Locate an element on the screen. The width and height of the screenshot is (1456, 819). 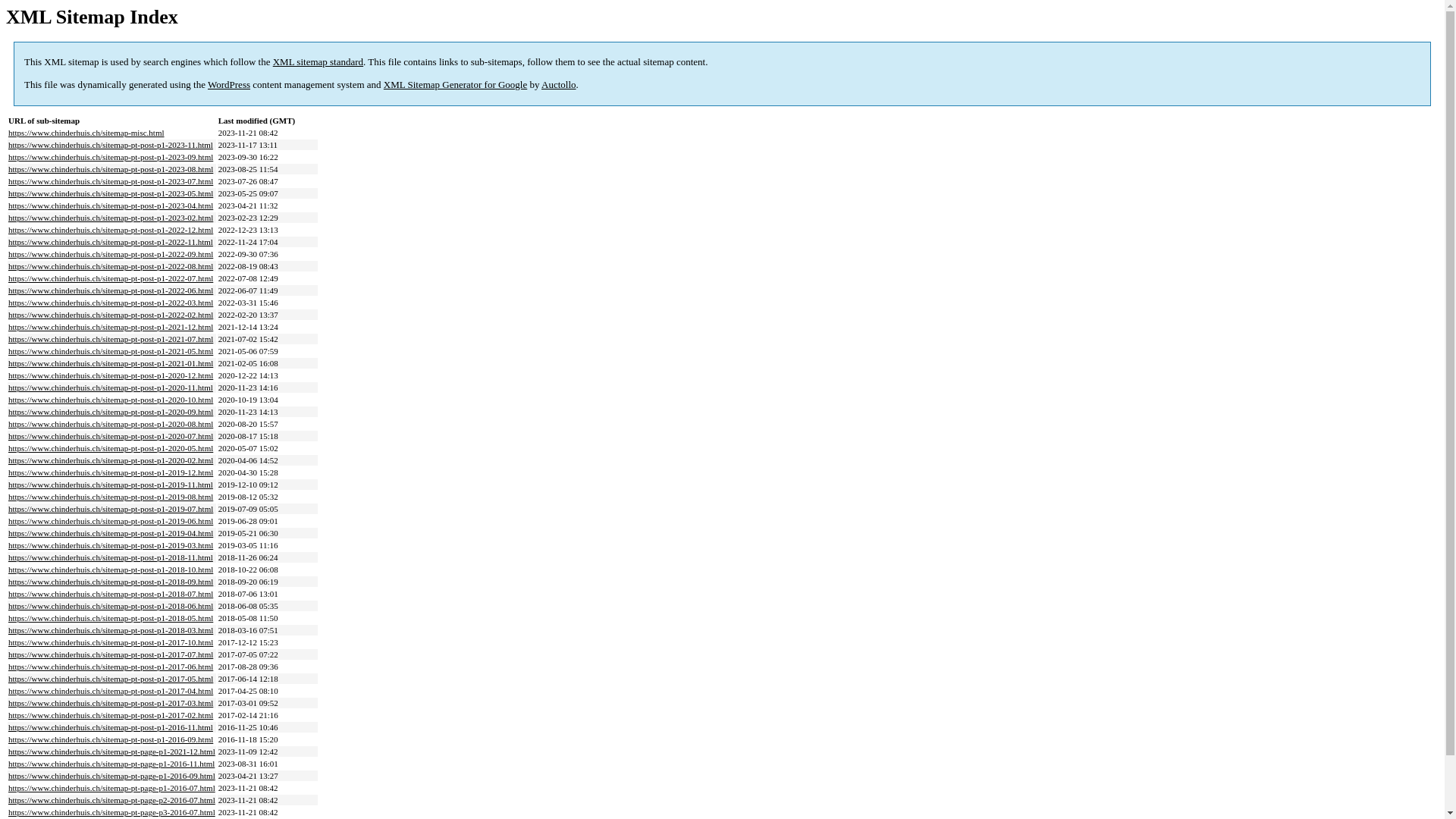
'https://www.chinderhuis.ch/sitemap-pt-page-p1-2021-12.html' is located at coordinates (111, 752).